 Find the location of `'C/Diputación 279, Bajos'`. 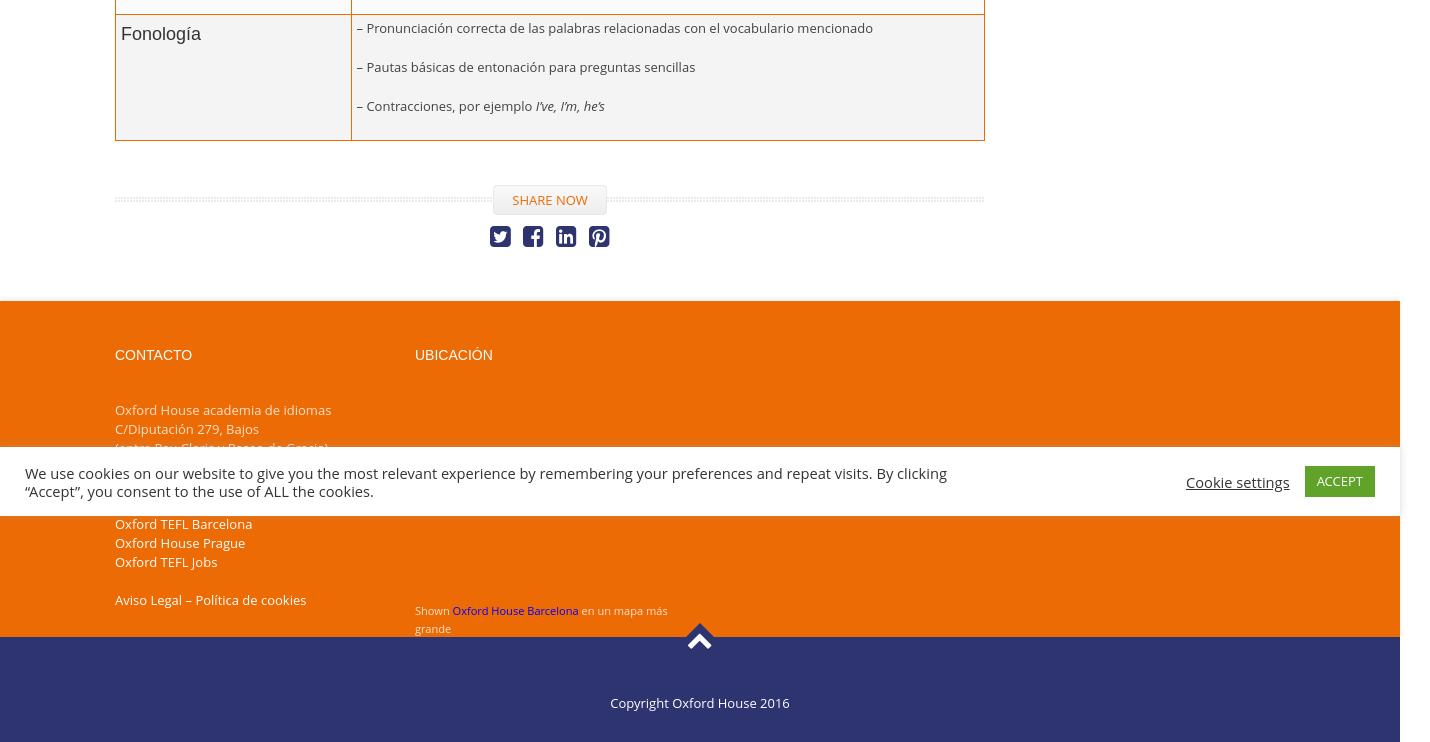

'C/Diputación 279, Bajos' is located at coordinates (186, 426).